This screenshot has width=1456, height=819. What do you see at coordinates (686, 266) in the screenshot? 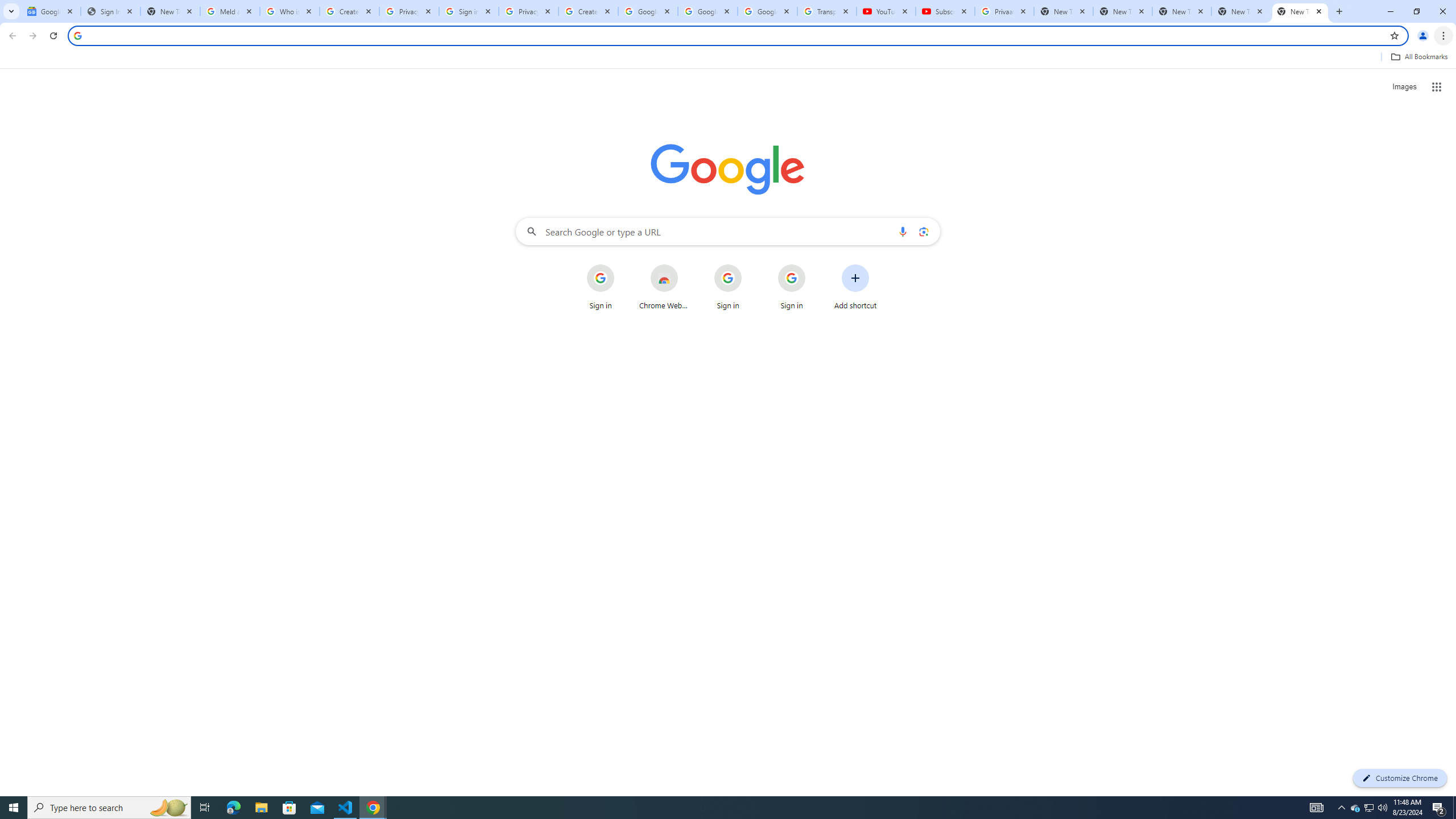
I see `'More actions for Chrome Web Store shortcut'` at bounding box center [686, 266].